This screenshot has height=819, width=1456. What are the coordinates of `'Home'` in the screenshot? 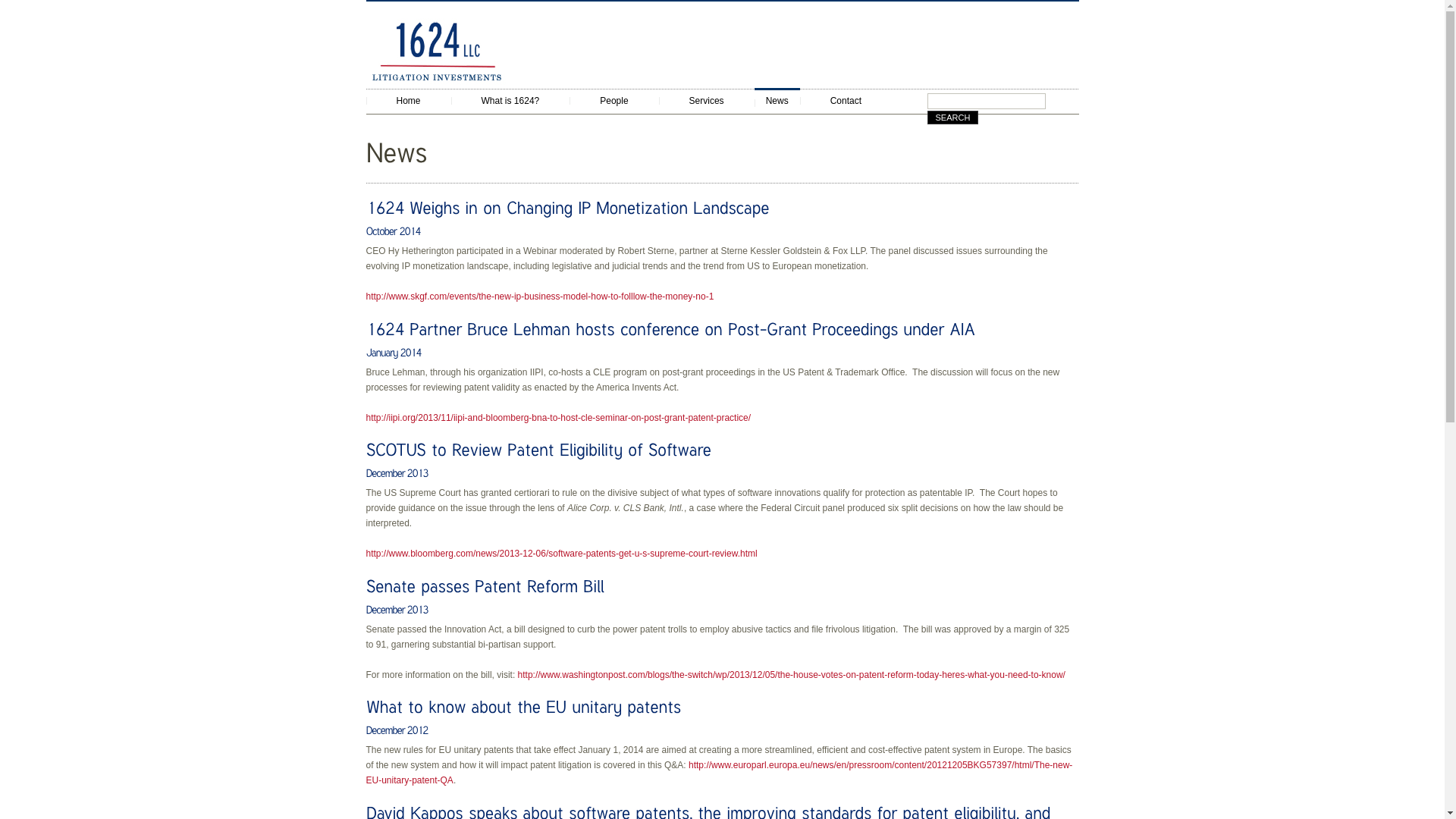 It's located at (407, 100).